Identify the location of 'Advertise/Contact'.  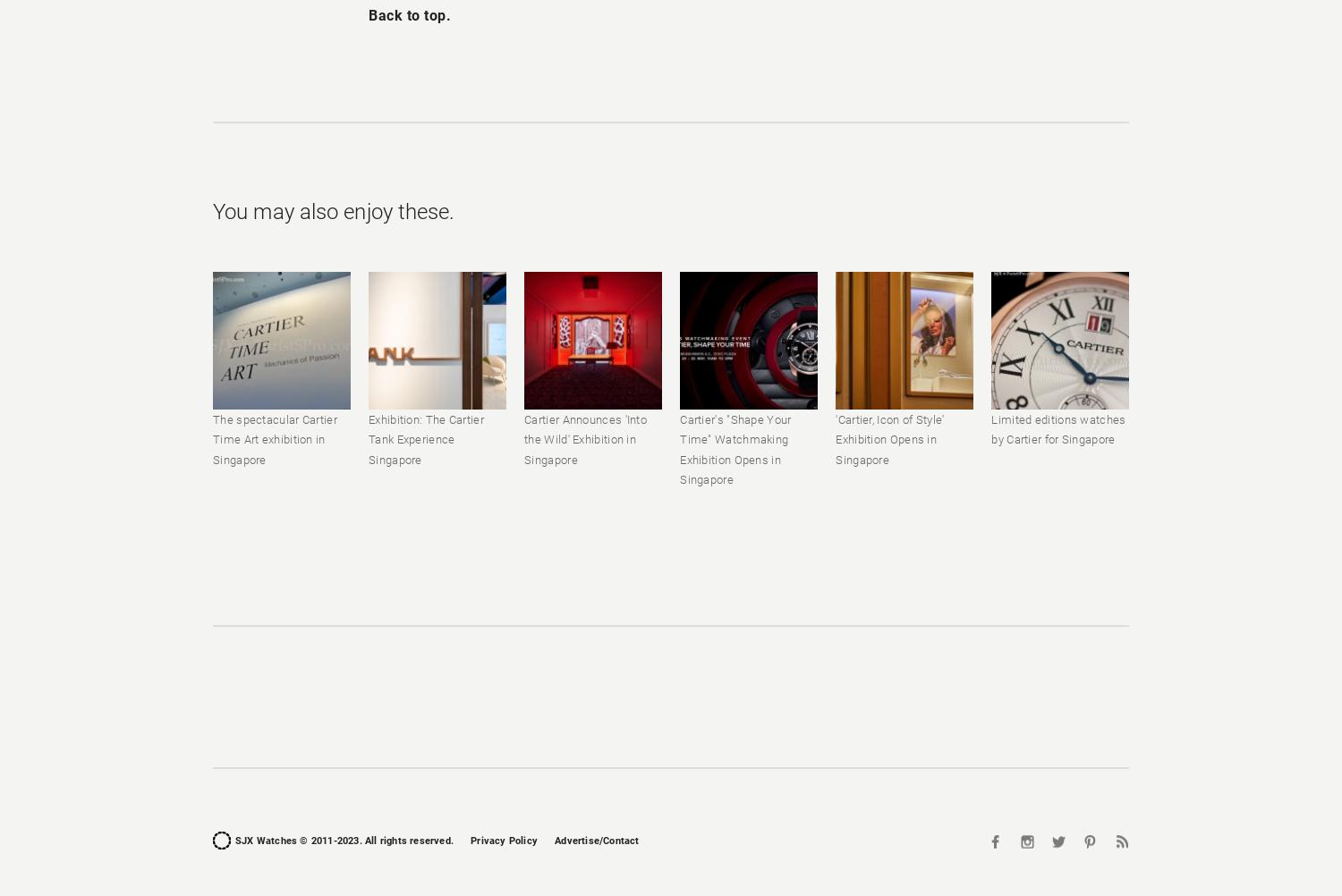
(597, 839).